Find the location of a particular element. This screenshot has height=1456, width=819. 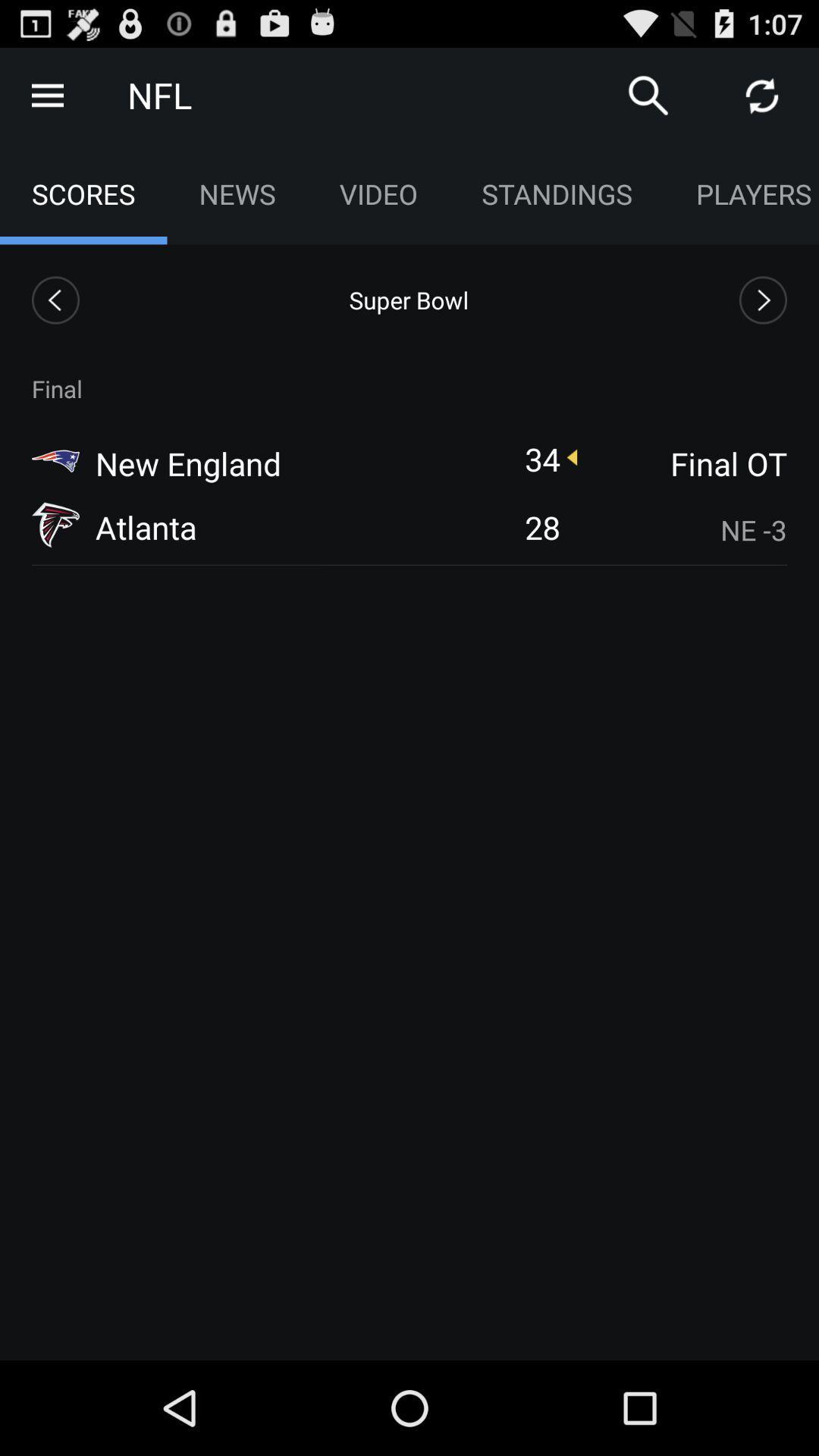

the icon above super bowl is located at coordinates (378, 193).